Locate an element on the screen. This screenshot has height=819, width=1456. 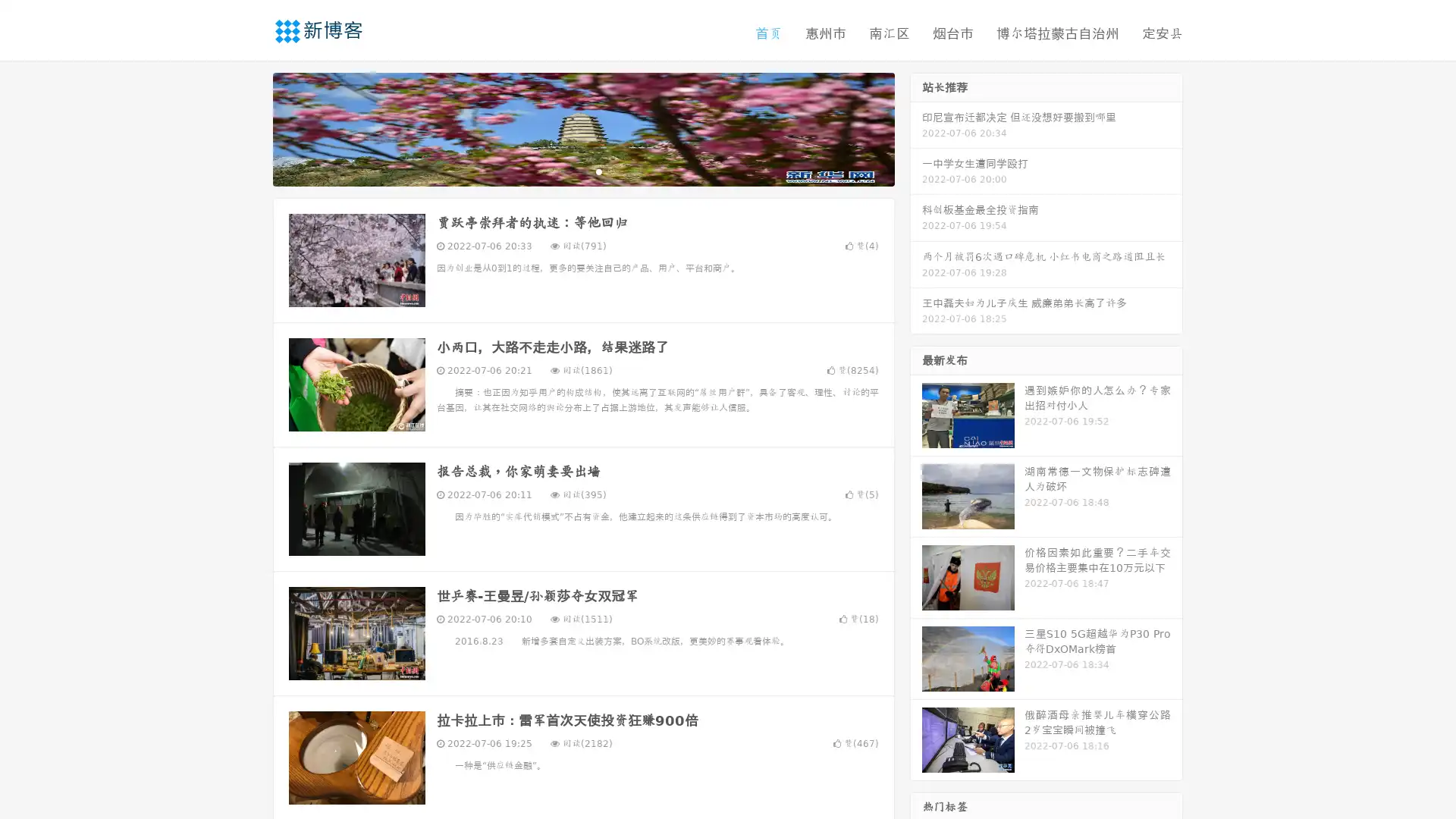
Go to slide 1 is located at coordinates (567, 171).